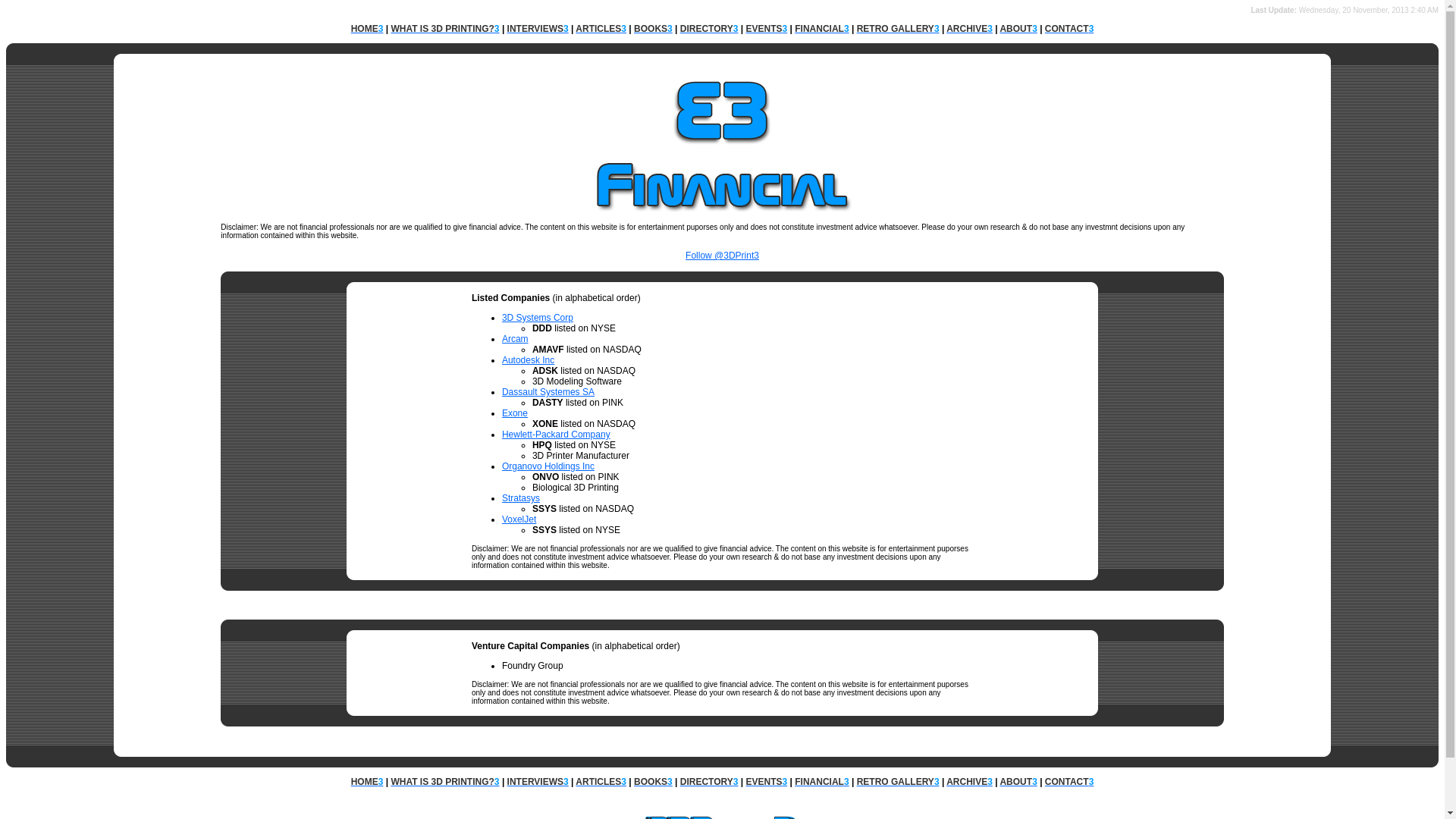 The width and height of the screenshot is (1456, 819). What do you see at coordinates (502, 497) in the screenshot?
I see `'Stratasys'` at bounding box center [502, 497].